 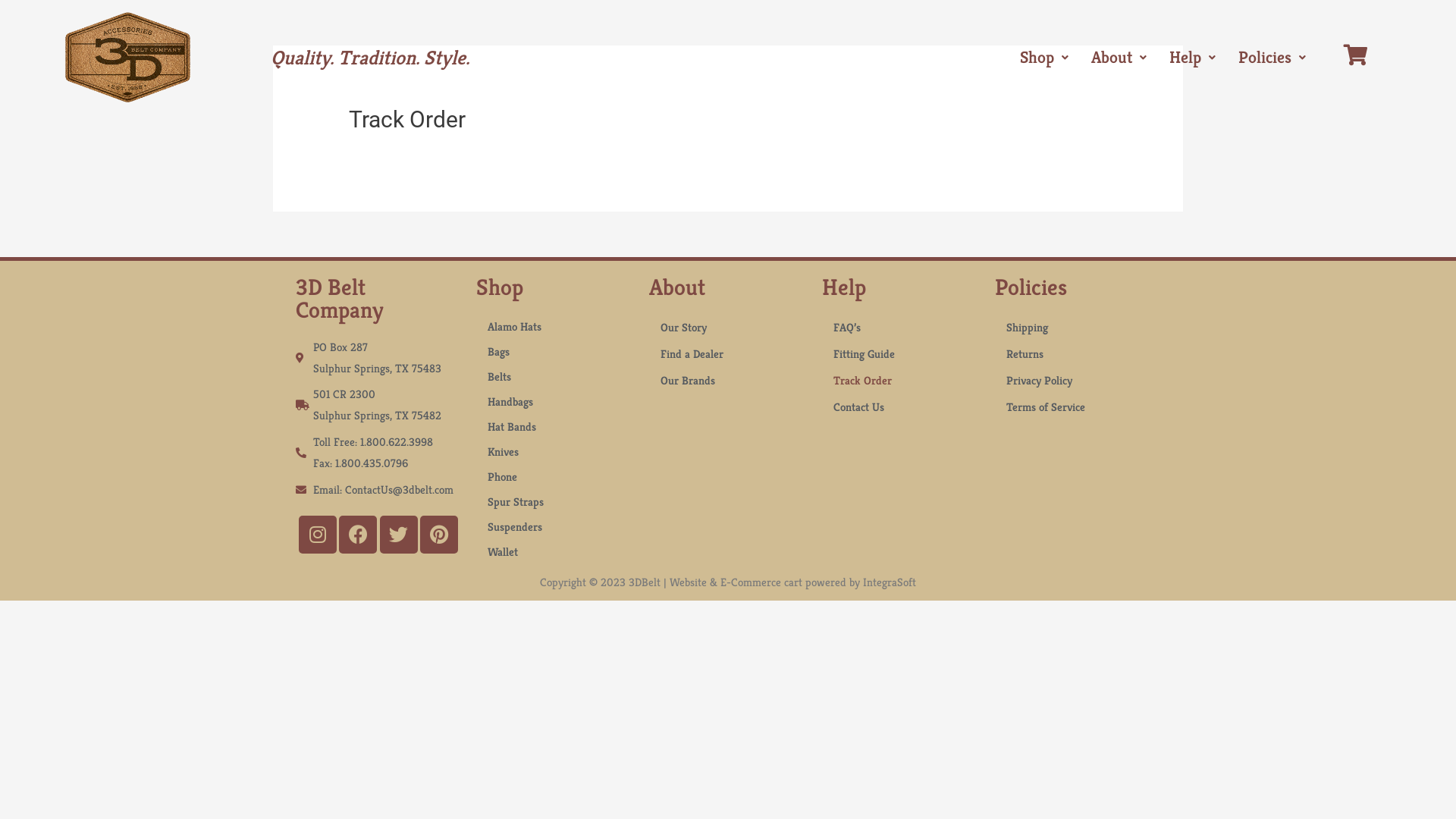 I want to click on 'Help', so click(x=1191, y=57).